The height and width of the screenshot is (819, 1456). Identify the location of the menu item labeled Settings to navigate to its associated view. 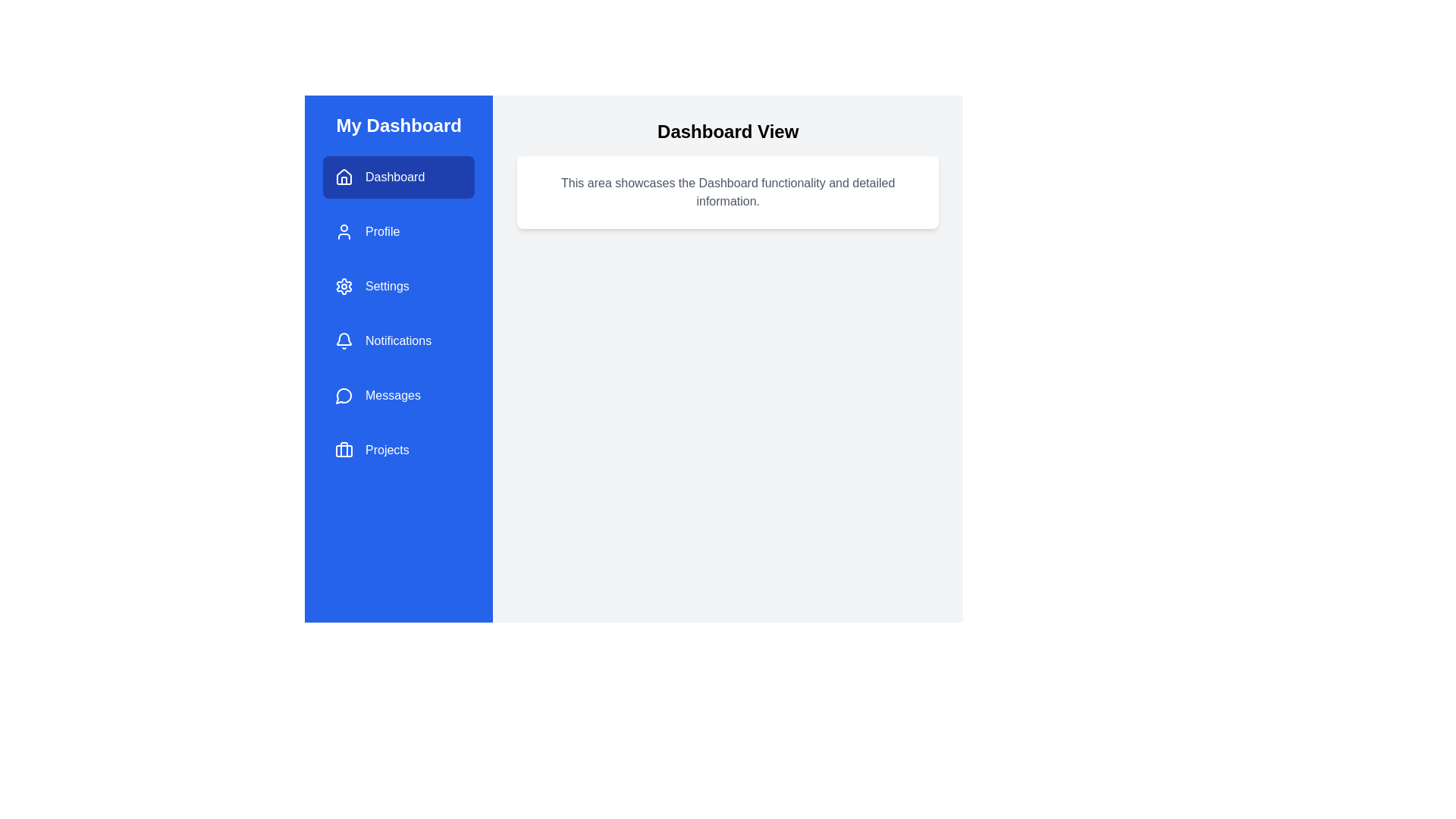
(399, 287).